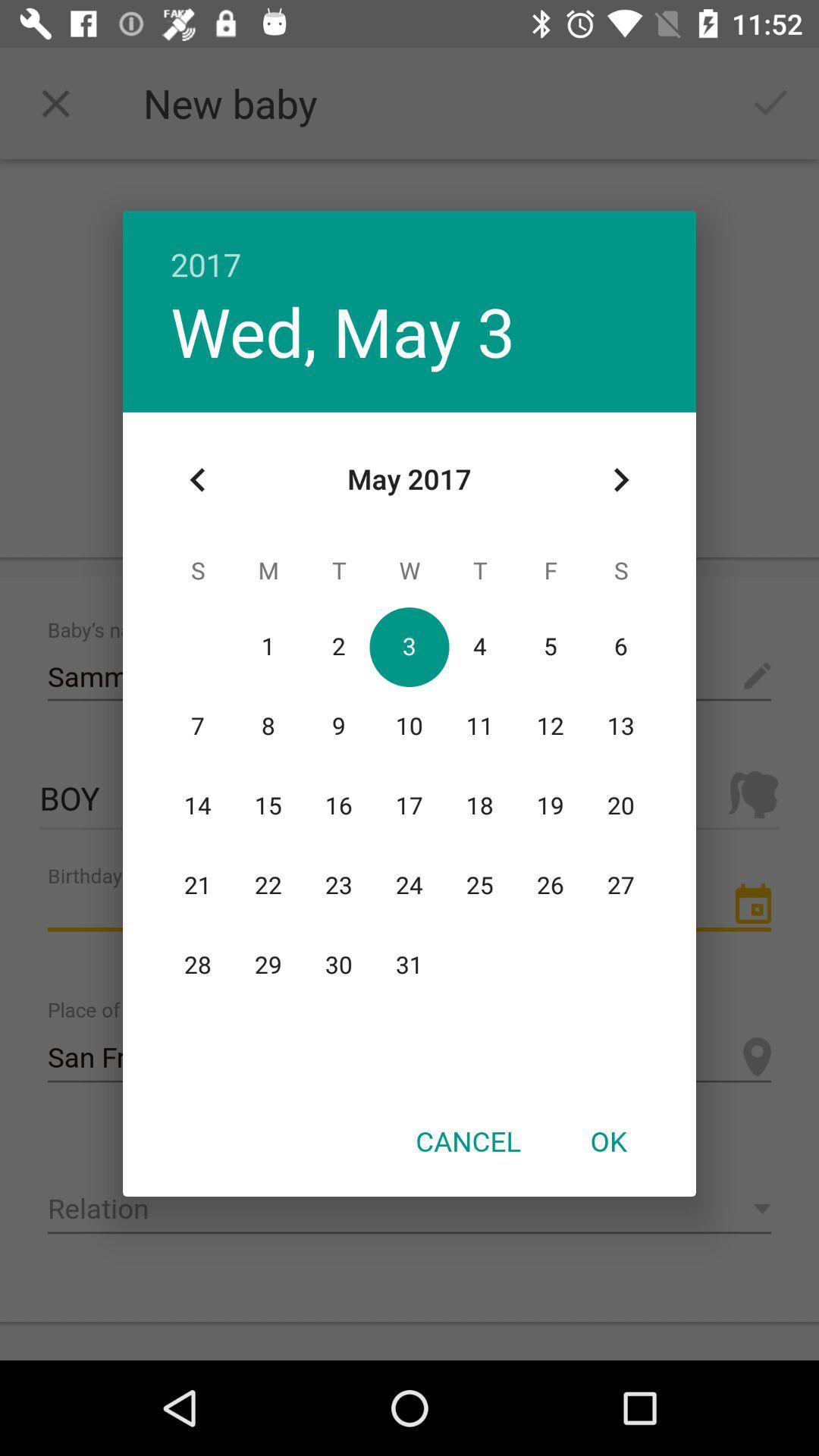 This screenshot has width=819, height=1456. I want to click on the wed, may 3, so click(343, 330).